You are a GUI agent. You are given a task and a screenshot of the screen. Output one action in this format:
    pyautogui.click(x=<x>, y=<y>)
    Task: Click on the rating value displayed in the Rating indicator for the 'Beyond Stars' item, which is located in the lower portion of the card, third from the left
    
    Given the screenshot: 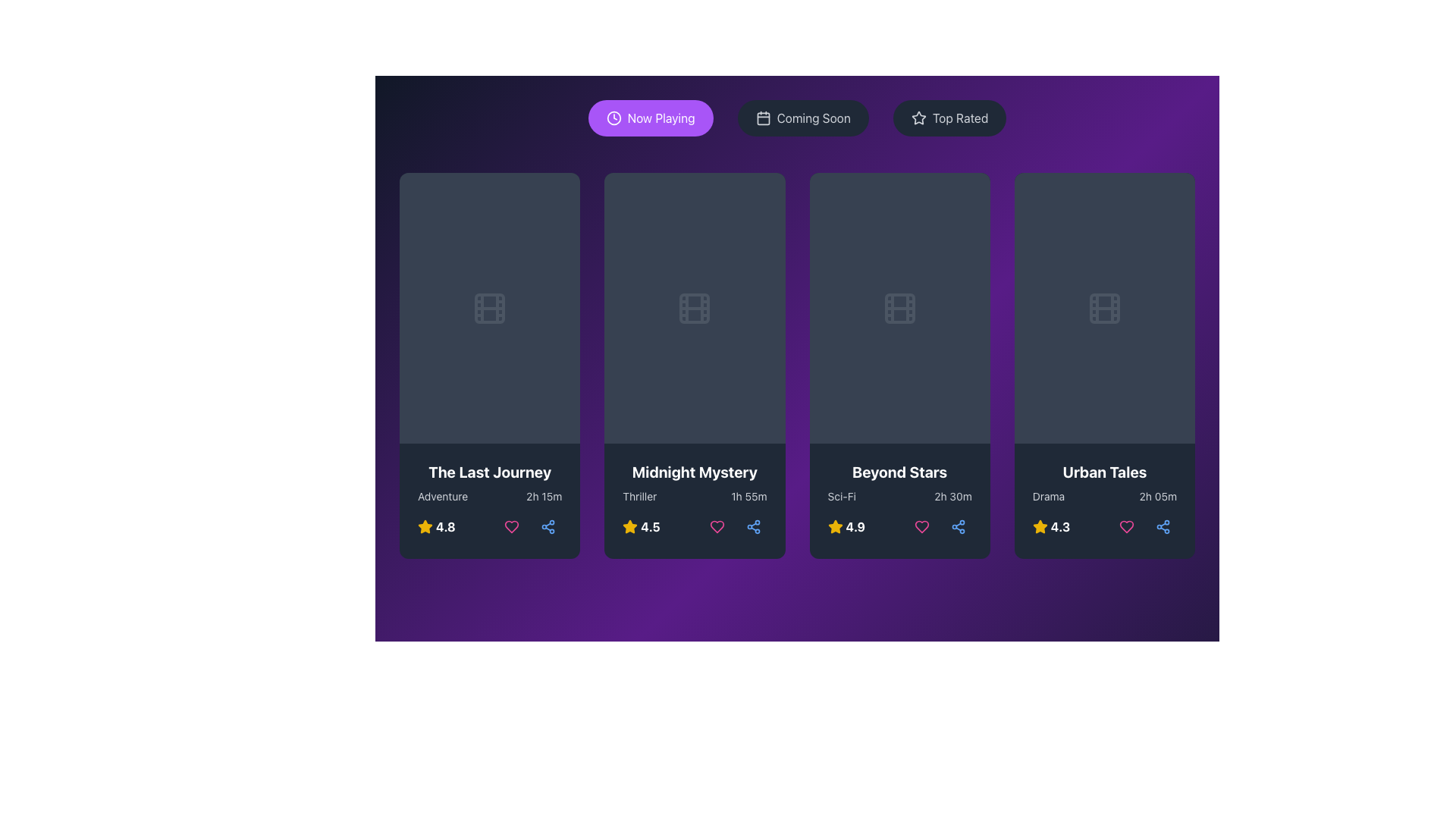 What is the action you would take?
    pyautogui.click(x=846, y=526)
    